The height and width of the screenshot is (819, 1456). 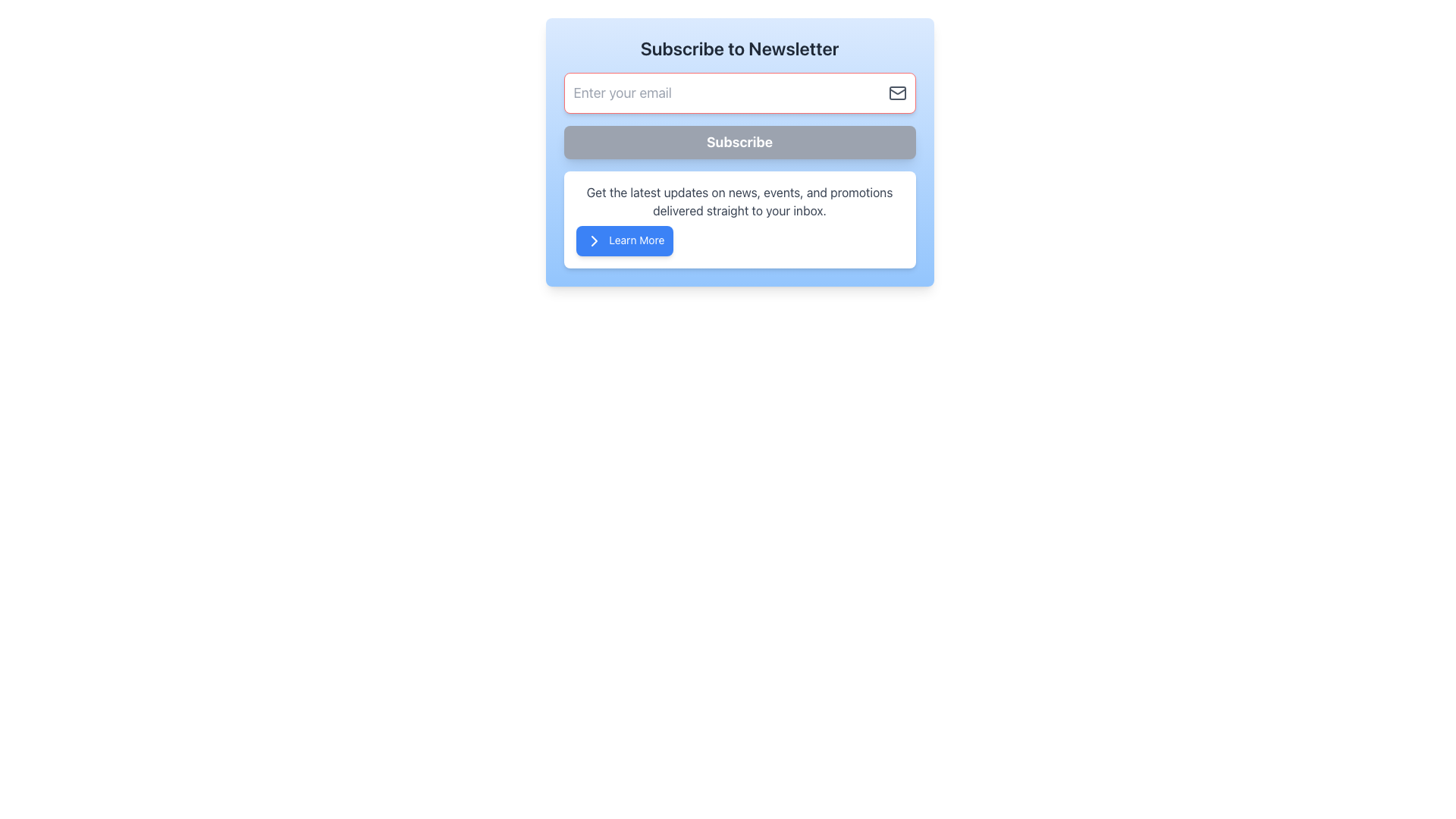 What do you see at coordinates (739, 219) in the screenshot?
I see `the informational panel containing the text message and the 'Learn More' button to read the updates and promotions` at bounding box center [739, 219].